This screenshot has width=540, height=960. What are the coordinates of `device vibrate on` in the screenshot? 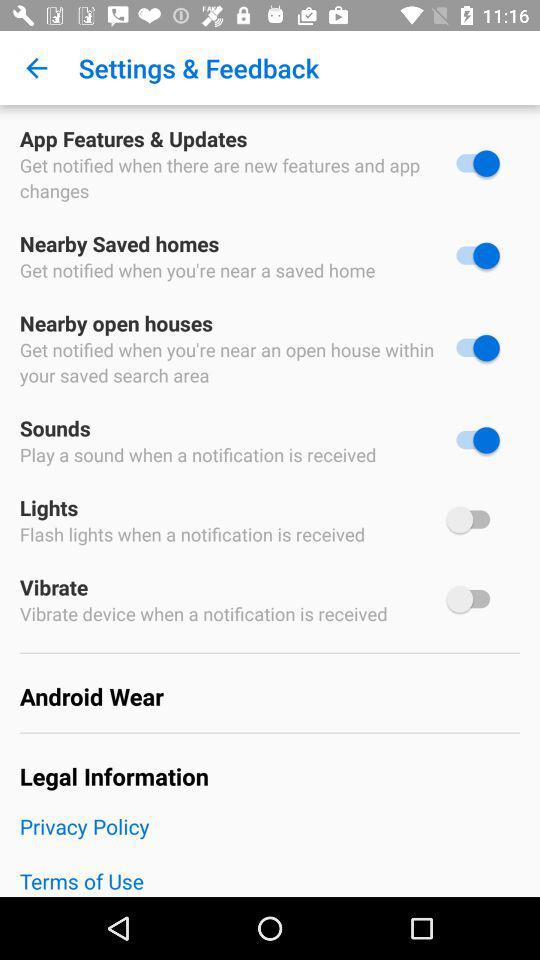 It's located at (472, 599).